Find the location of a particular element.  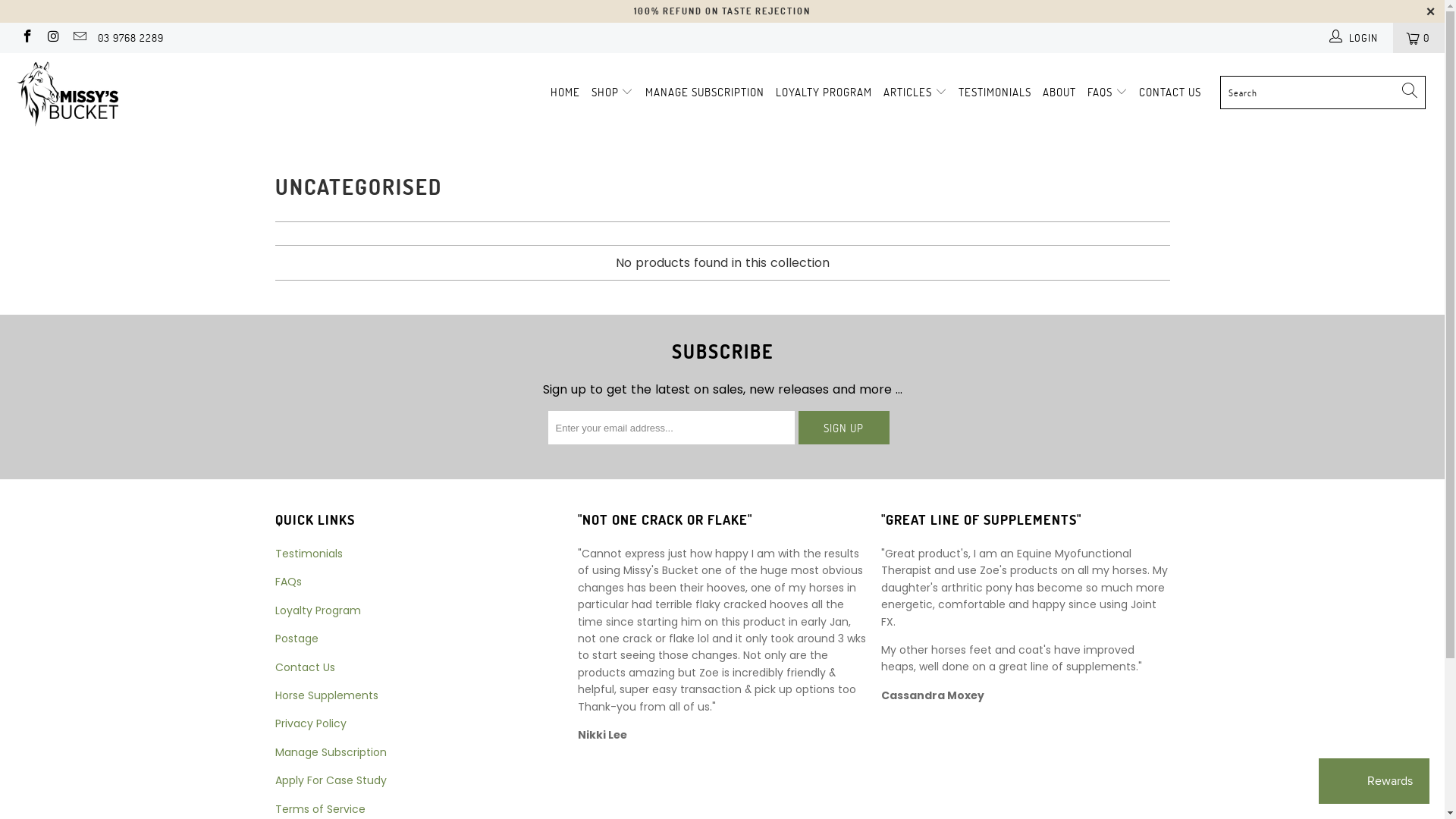

'Manage Subscription' is located at coordinates (329, 752).